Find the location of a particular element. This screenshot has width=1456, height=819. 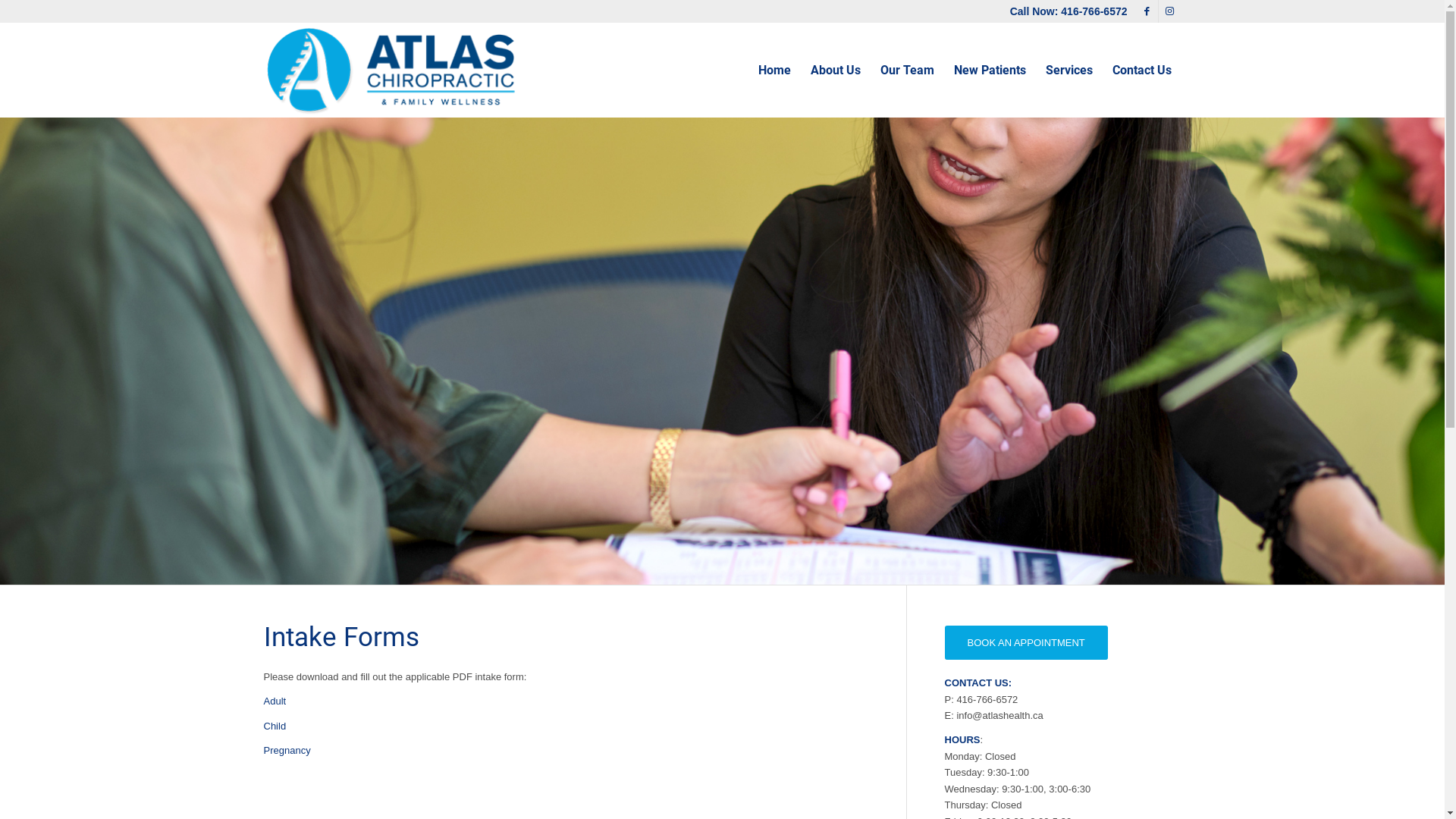

'Adult' is located at coordinates (275, 701).